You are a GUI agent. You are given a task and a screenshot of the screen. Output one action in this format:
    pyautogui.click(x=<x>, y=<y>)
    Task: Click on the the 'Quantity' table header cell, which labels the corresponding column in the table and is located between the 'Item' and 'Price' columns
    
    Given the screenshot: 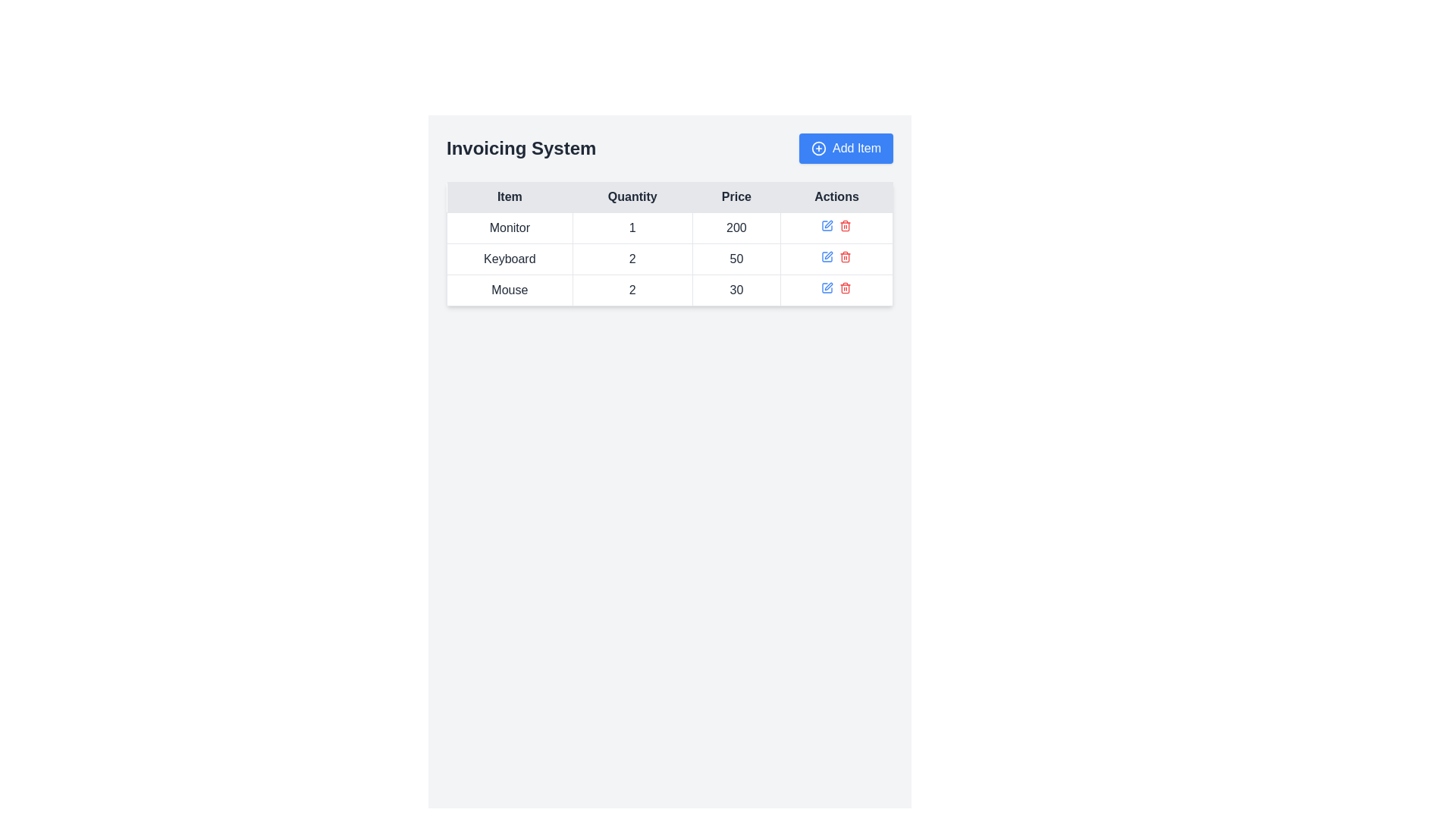 What is the action you would take?
    pyautogui.click(x=632, y=196)
    